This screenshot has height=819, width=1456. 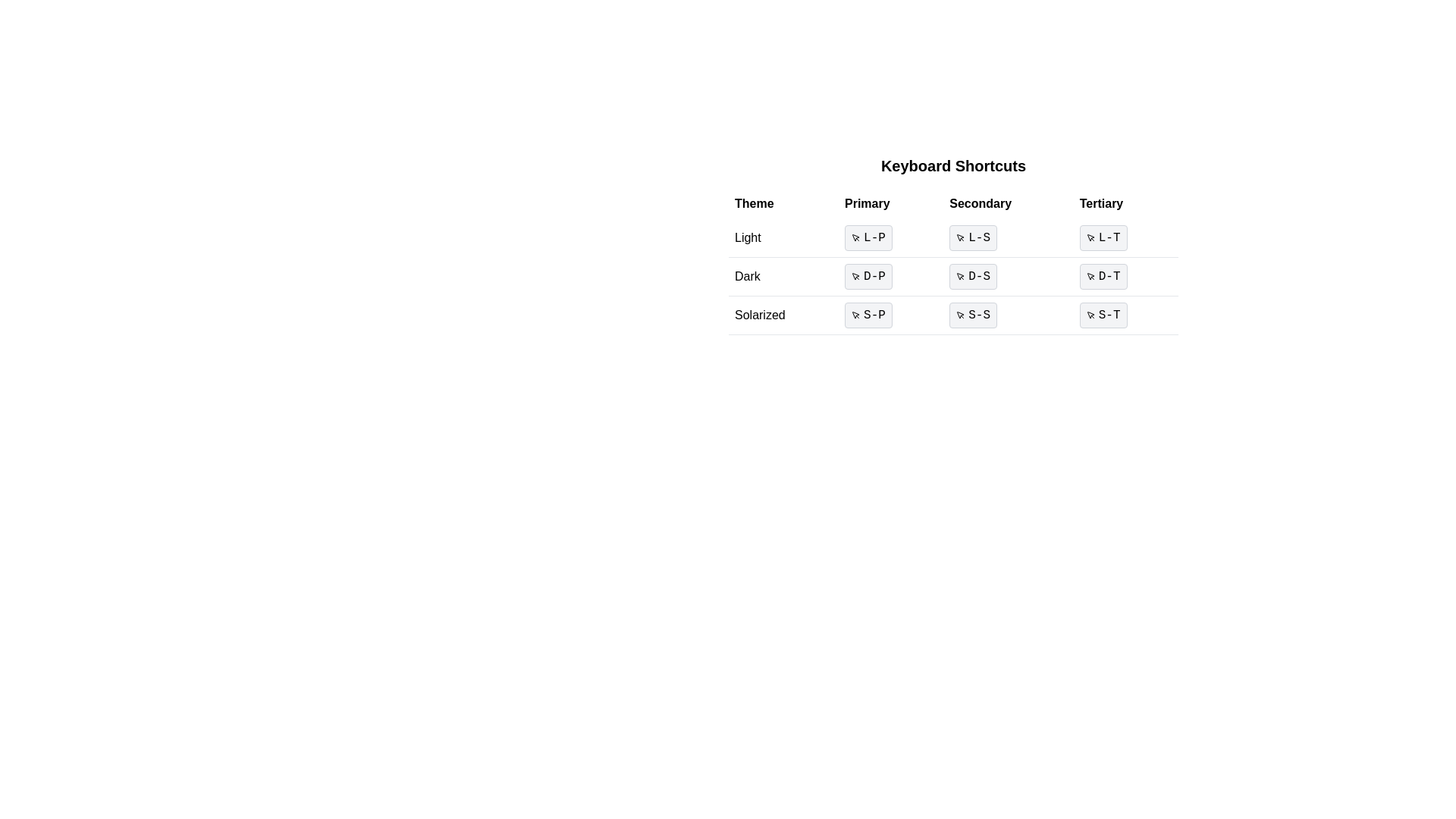 I want to click on the icon representing the keyboard shortcut 'S-T' located in the third row and third column of the 'Keyboard Shortcuts' section, so click(x=1090, y=315).